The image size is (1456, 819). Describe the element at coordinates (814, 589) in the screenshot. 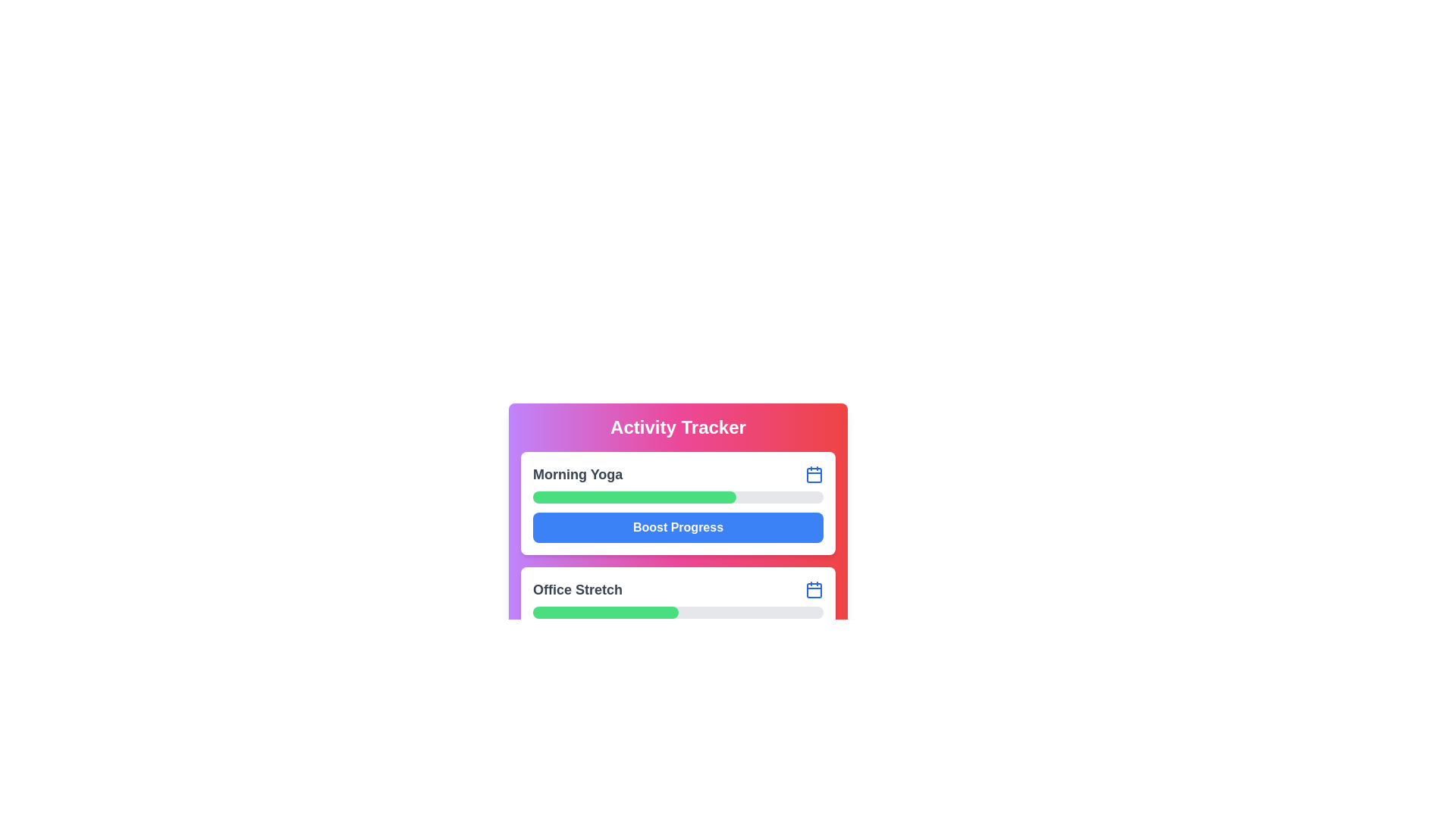

I see `the calendar icon with a blue outline located to the right of the 'Office Stretch' label in the 'Activity Tracker' interface` at that location.